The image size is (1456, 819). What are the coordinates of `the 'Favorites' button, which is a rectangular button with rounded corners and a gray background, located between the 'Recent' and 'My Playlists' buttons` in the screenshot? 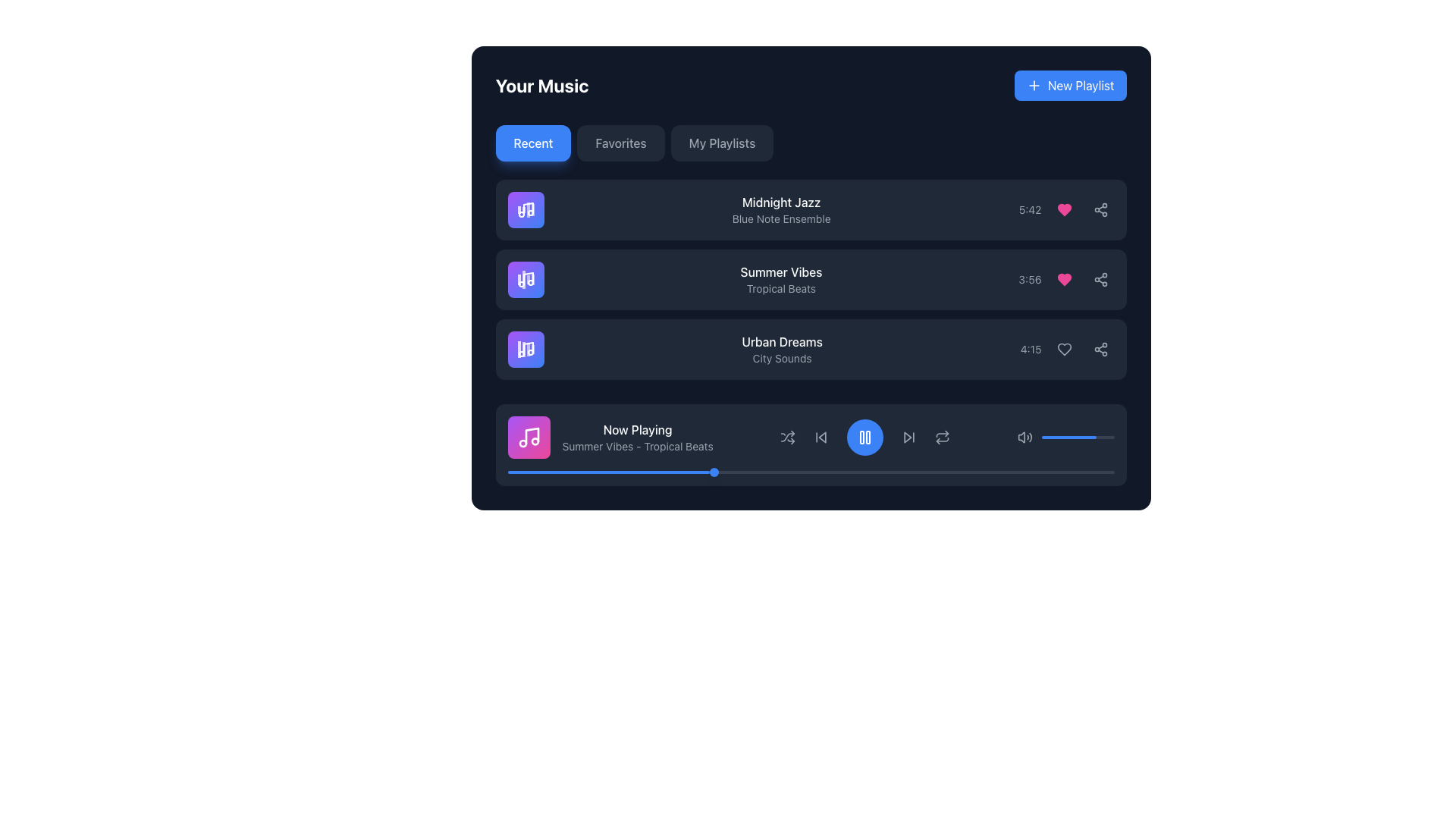 It's located at (621, 143).